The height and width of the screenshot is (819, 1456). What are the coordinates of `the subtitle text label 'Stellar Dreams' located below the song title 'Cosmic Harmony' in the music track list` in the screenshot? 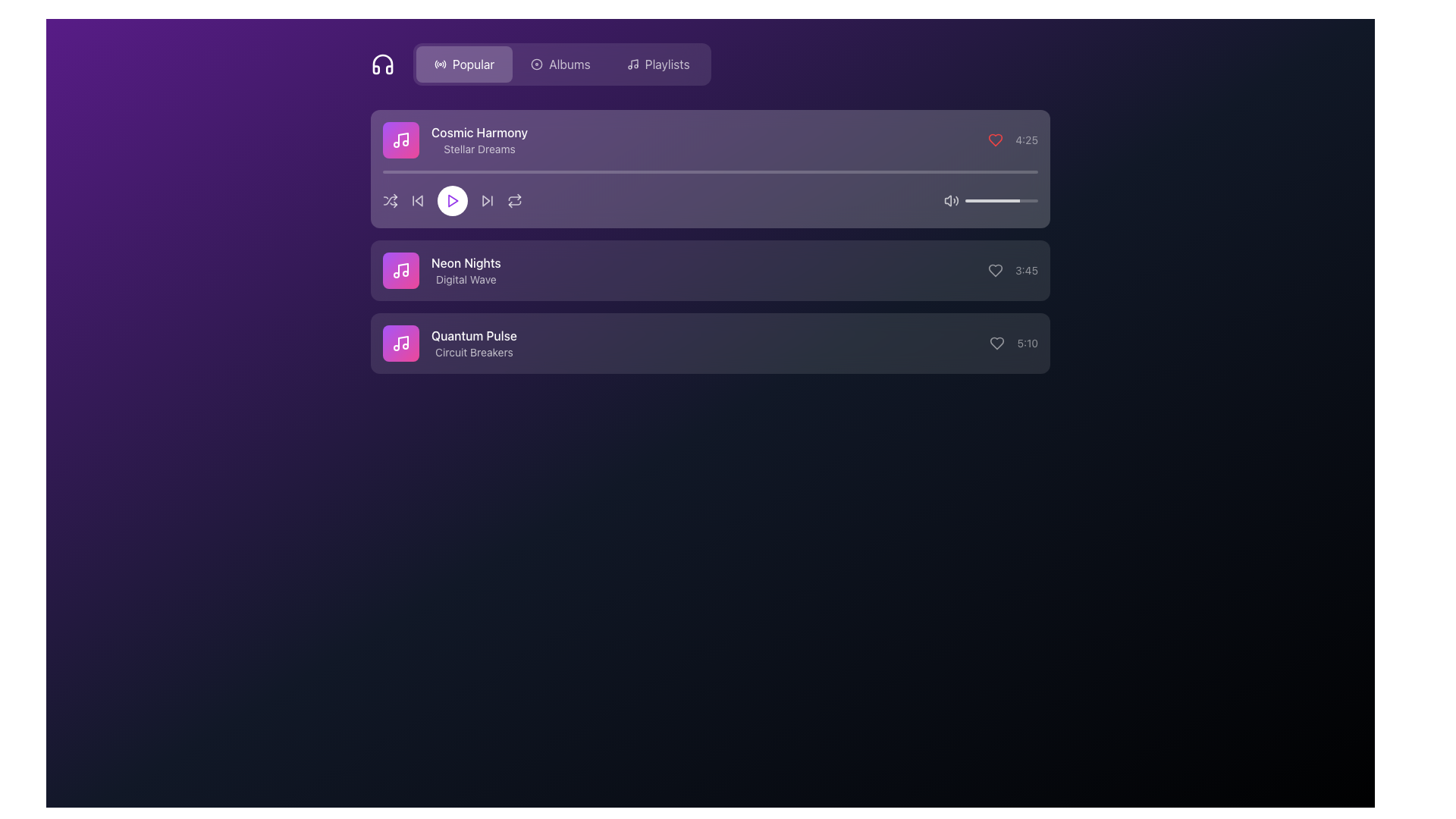 It's located at (479, 149).